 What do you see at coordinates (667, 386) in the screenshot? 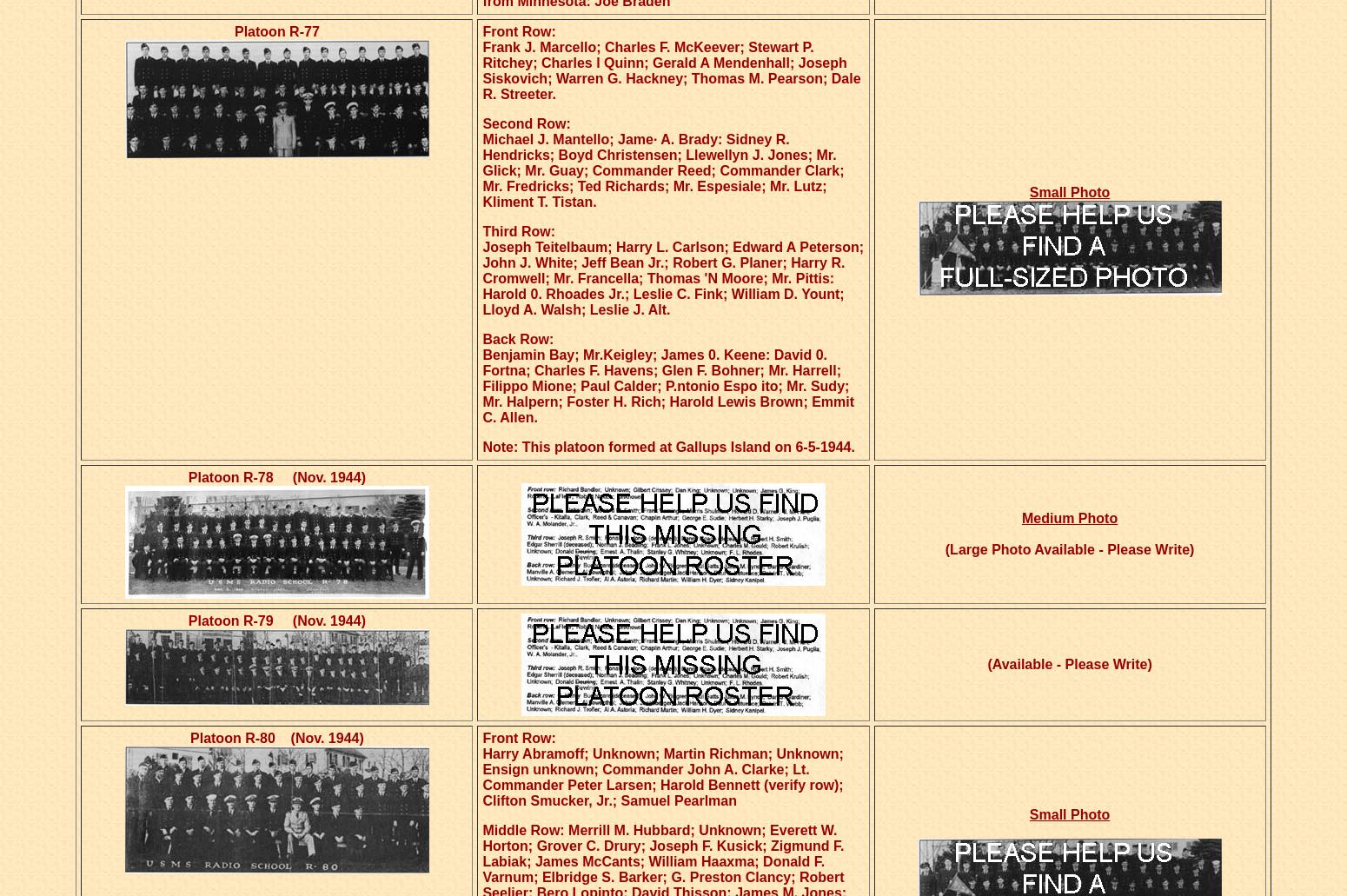
I see `'Benjamin Bay;  Mr.Keigley;  James 0. Keene:  David 0. Fortna;  Charles F. Havens;  Glen F. Bohner;  Mr. Harrell; Filippo Mione;  Paul Calder;  P.ntonio Espo ito;  Mr. Sudy;  Mr. Halpern;  Foster H. Rich;	Harold Lewis Brown; Emmit C.  Allen.'` at bounding box center [667, 386].